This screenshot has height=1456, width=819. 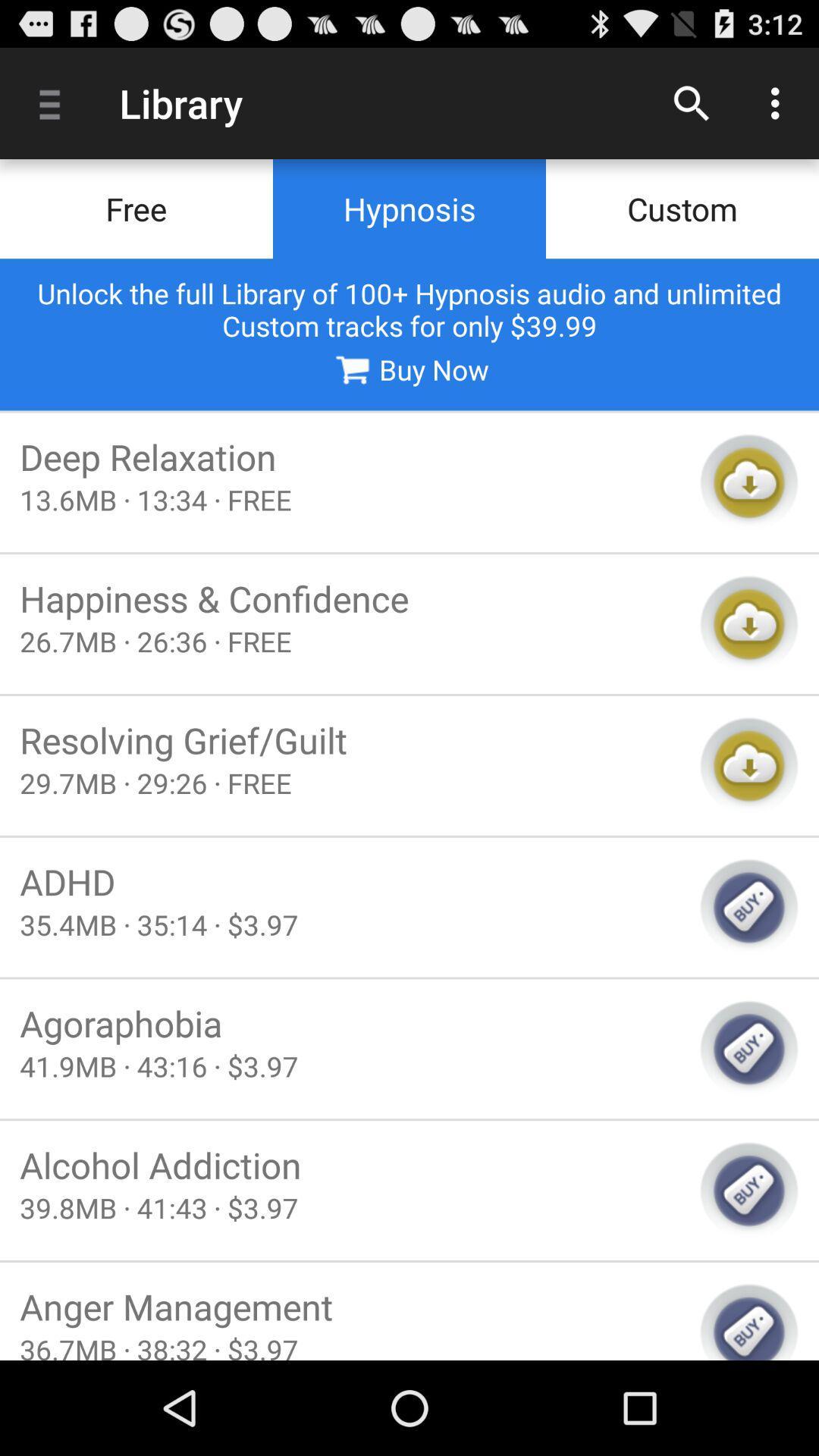 I want to click on download deep relaxation, so click(x=748, y=482).